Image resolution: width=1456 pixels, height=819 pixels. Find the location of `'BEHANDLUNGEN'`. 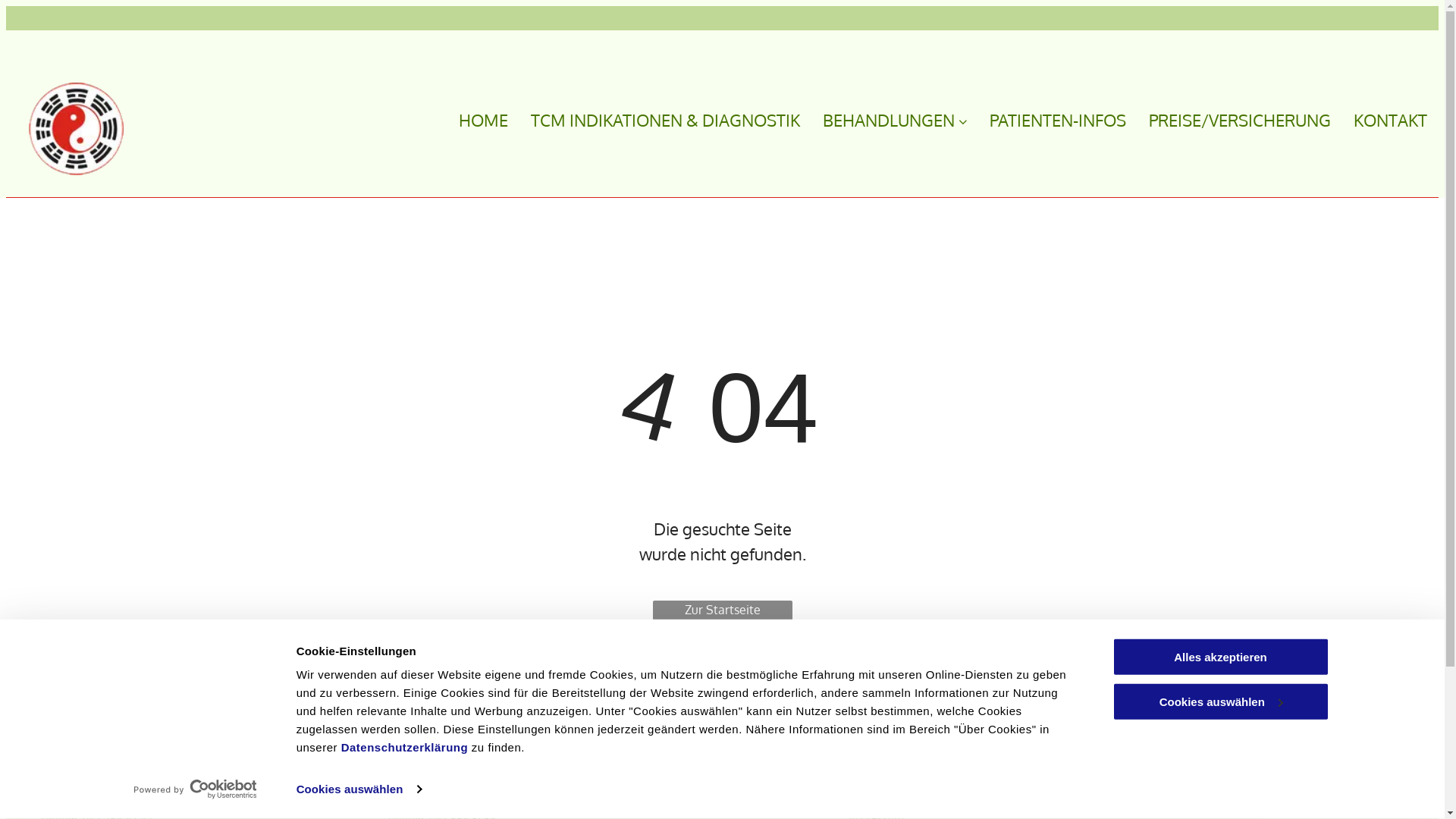

'BEHANDLUNGEN' is located at coordinates (883, 119).